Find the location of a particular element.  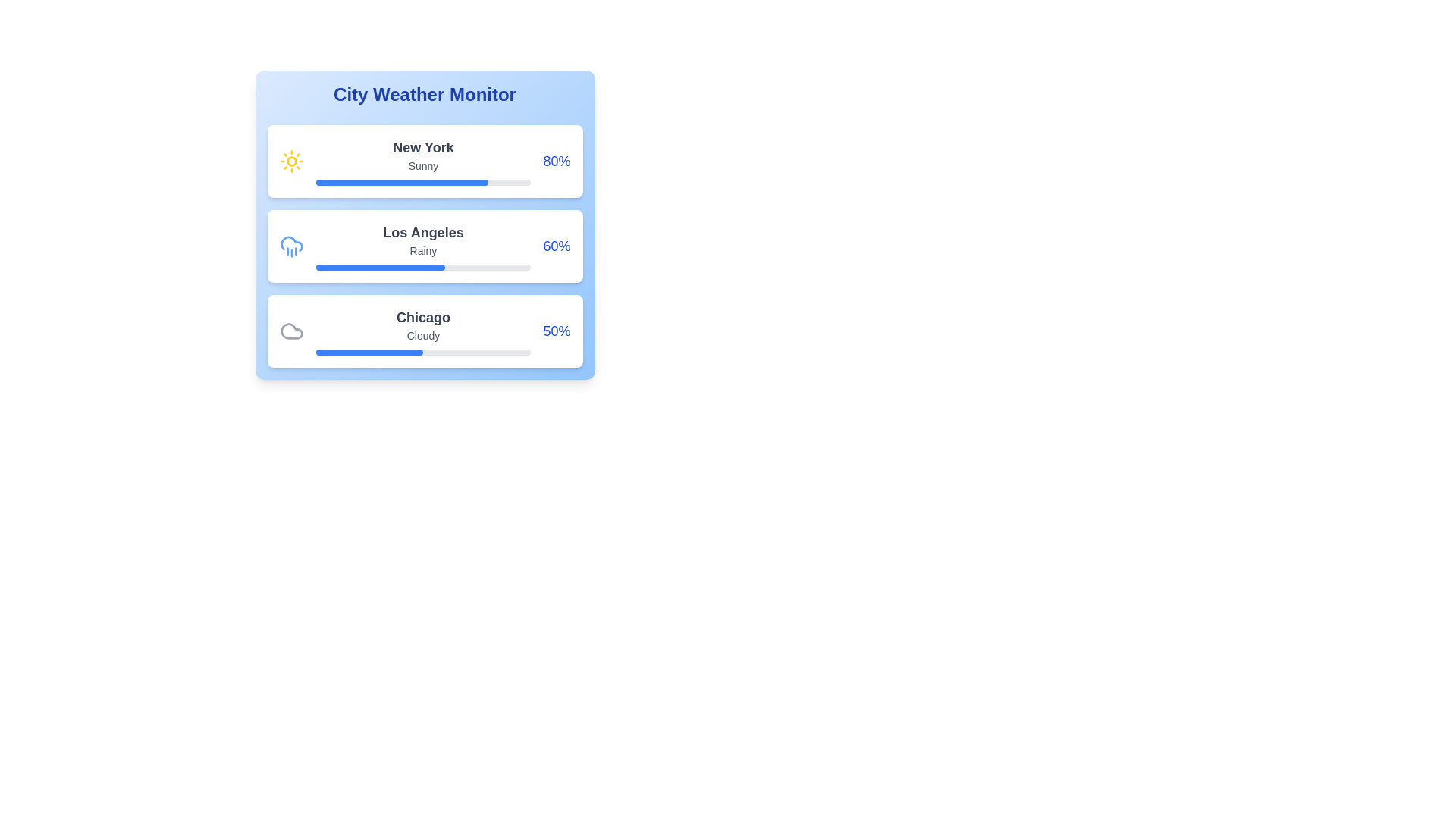

the weather condition icon representing 'Cloudy' for the city of Chicago in the City Weather Monitor interface is located at coordinates (291, 330).